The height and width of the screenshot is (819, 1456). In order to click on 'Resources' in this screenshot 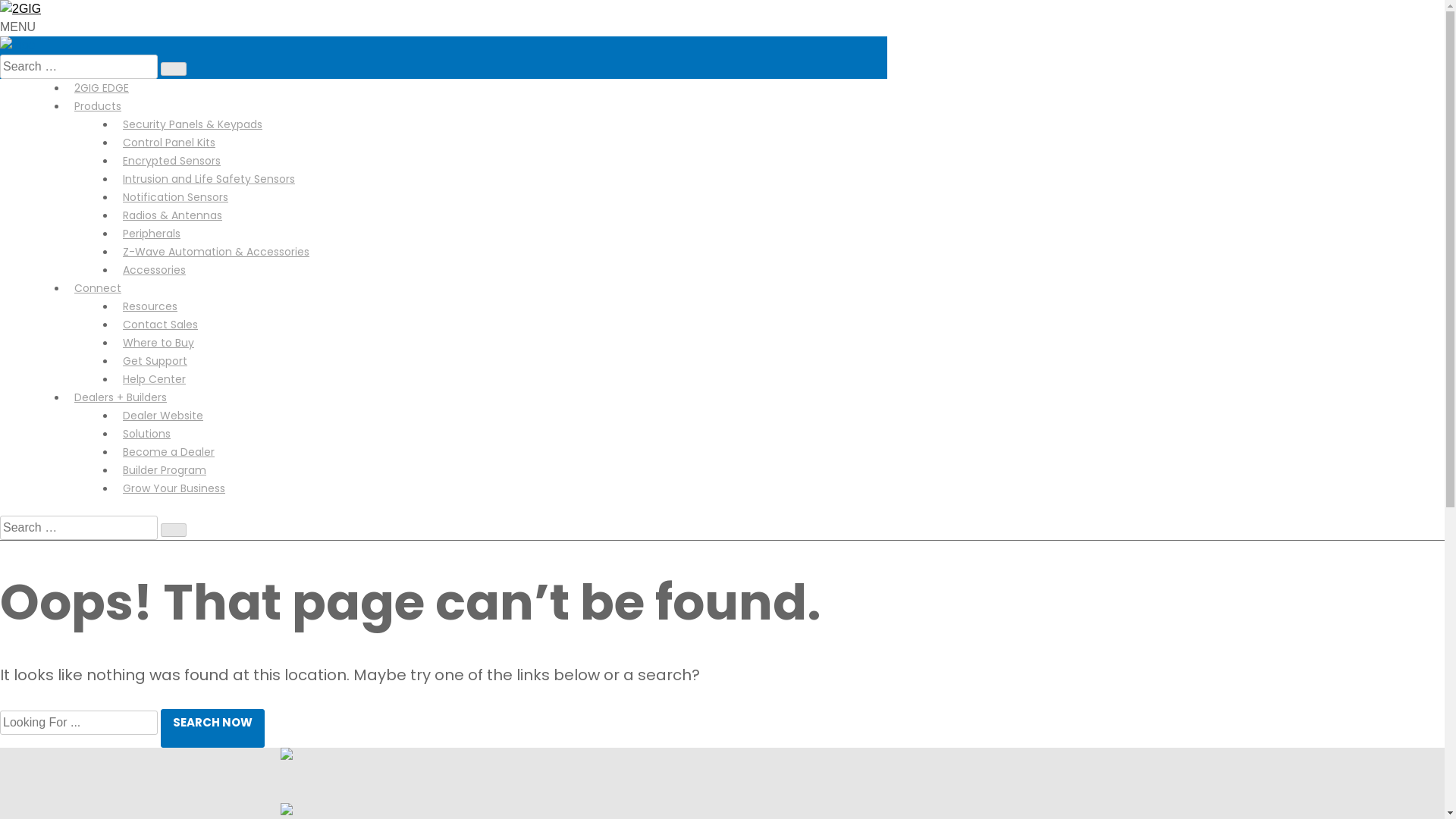, I will do `click(149, 306)`.